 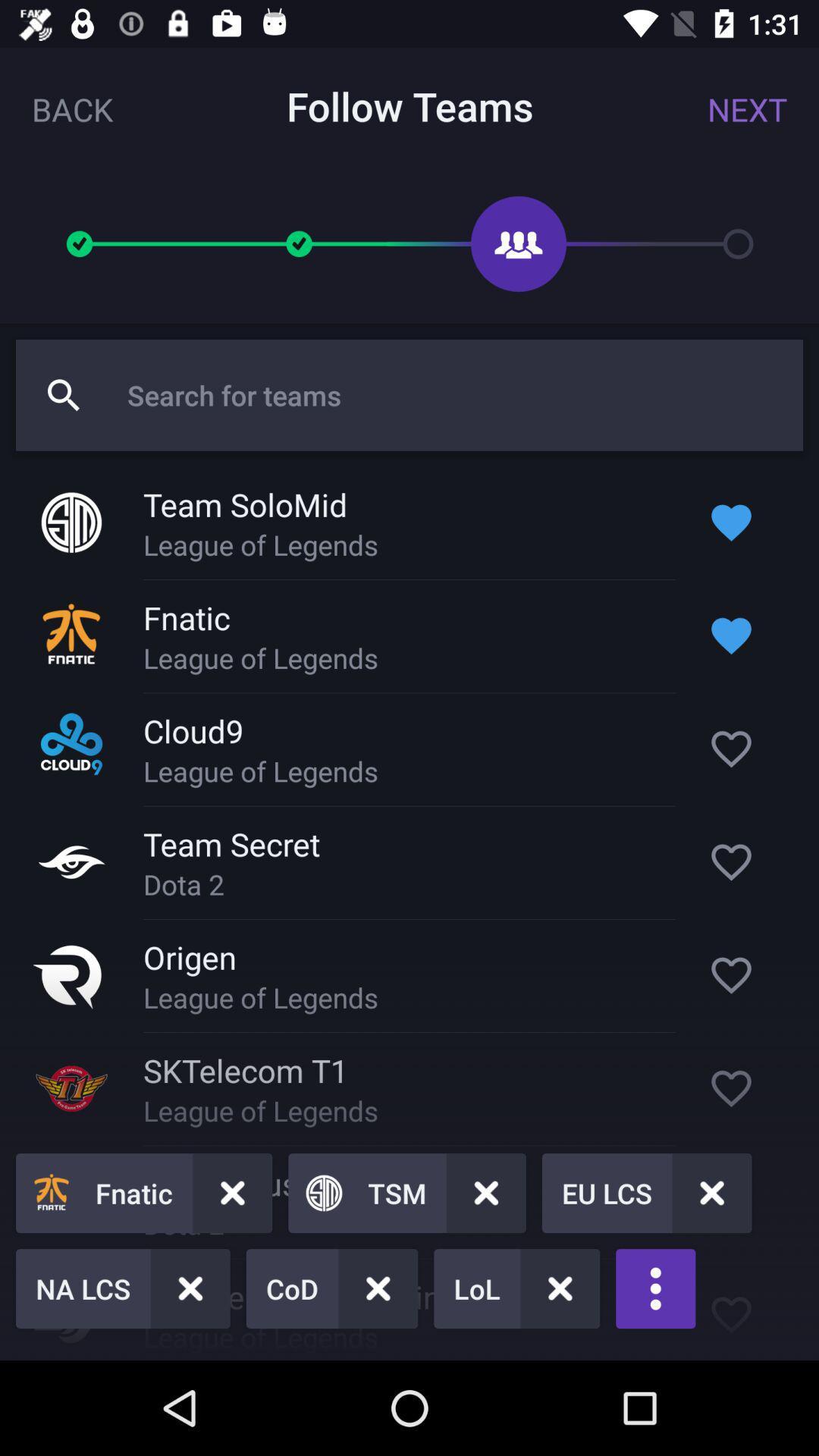 I want to click on the more icon, so click(x=654, y=1288).